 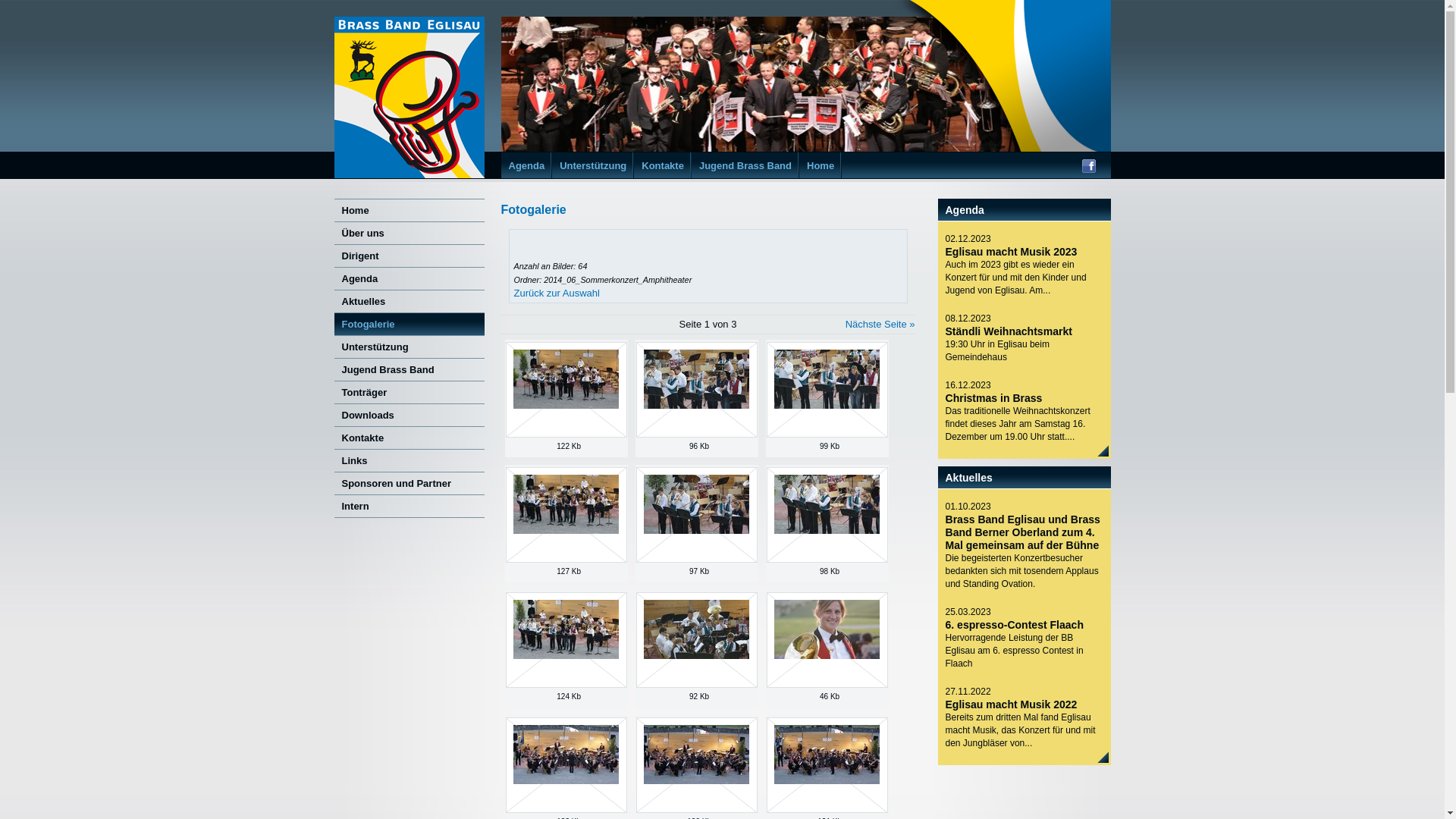 I want to click on 'Home', so click(x=819, y=165).